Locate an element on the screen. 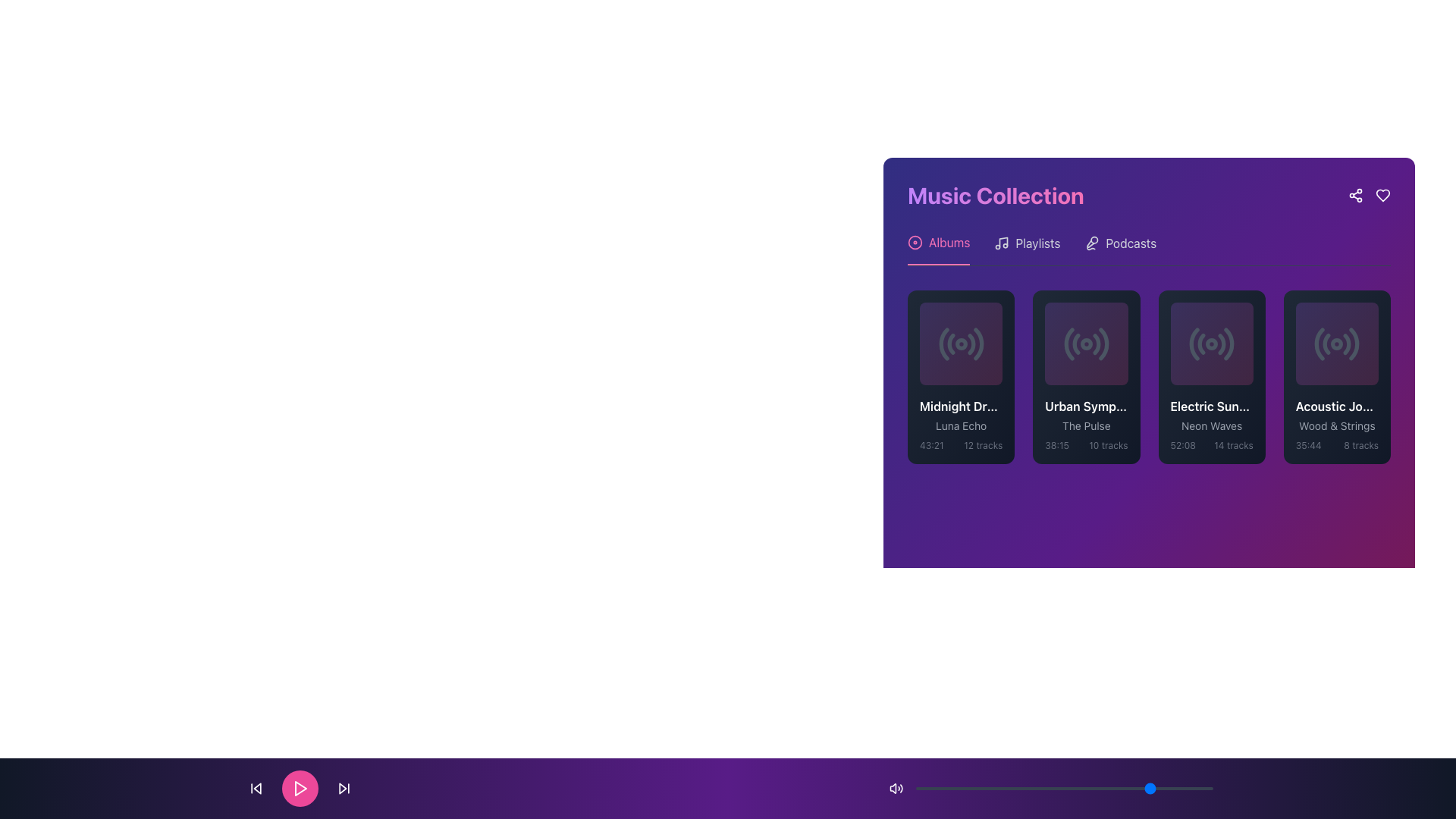 The width and height of the screenshot is (1456, 819). the slider value is located at coordinates (1022, 788).